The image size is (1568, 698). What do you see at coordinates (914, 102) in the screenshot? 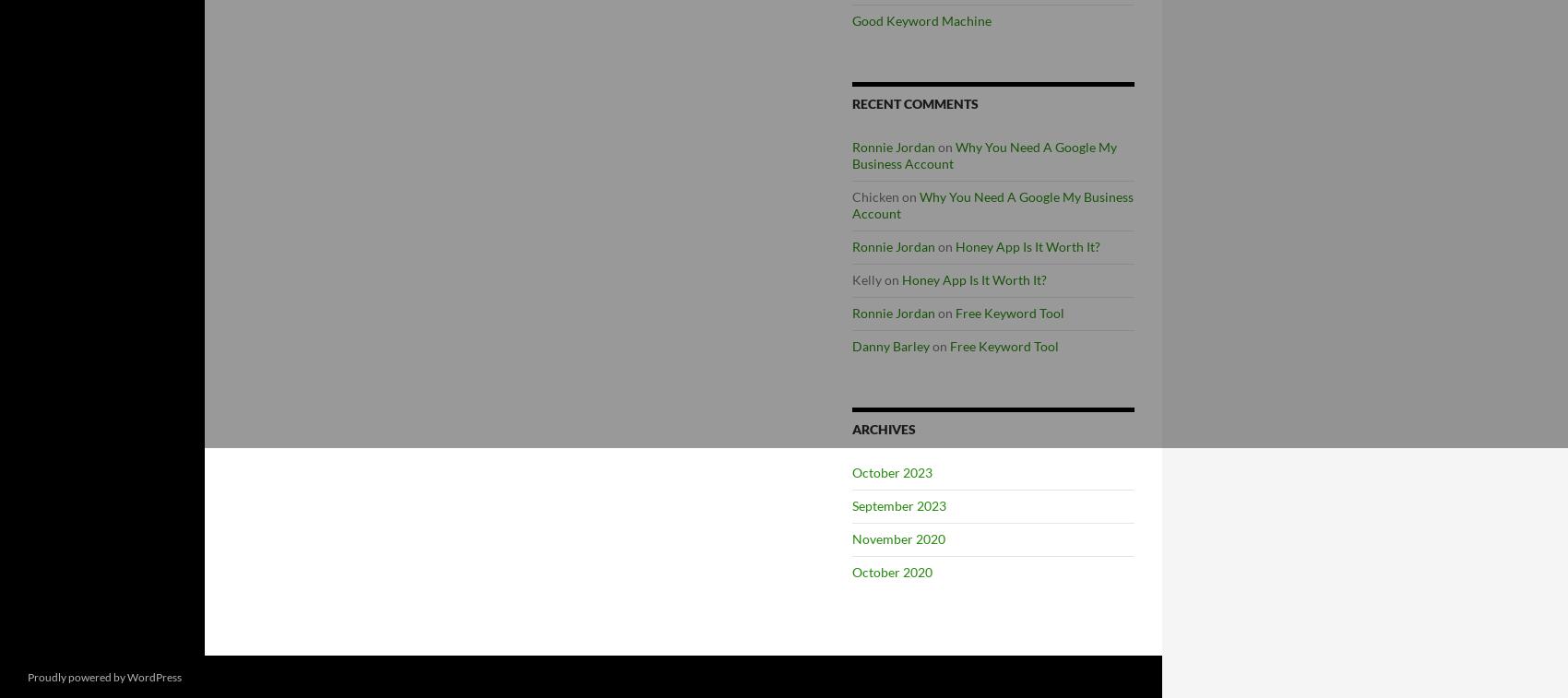
I see `'Recent Comments'` at bounding box center [914, 102].